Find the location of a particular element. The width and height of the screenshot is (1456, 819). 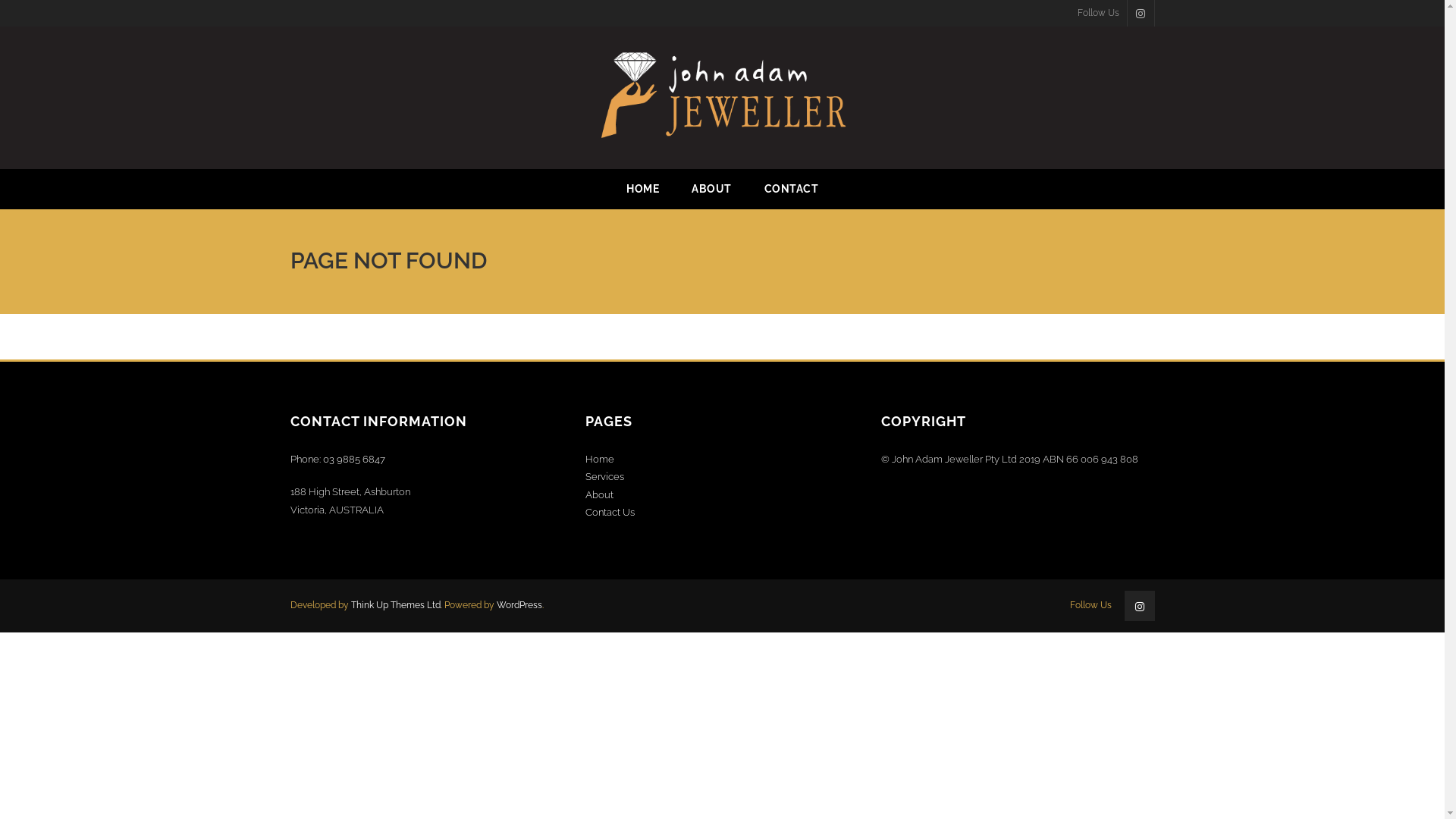

'Home' is located at coordinates (599, 458).